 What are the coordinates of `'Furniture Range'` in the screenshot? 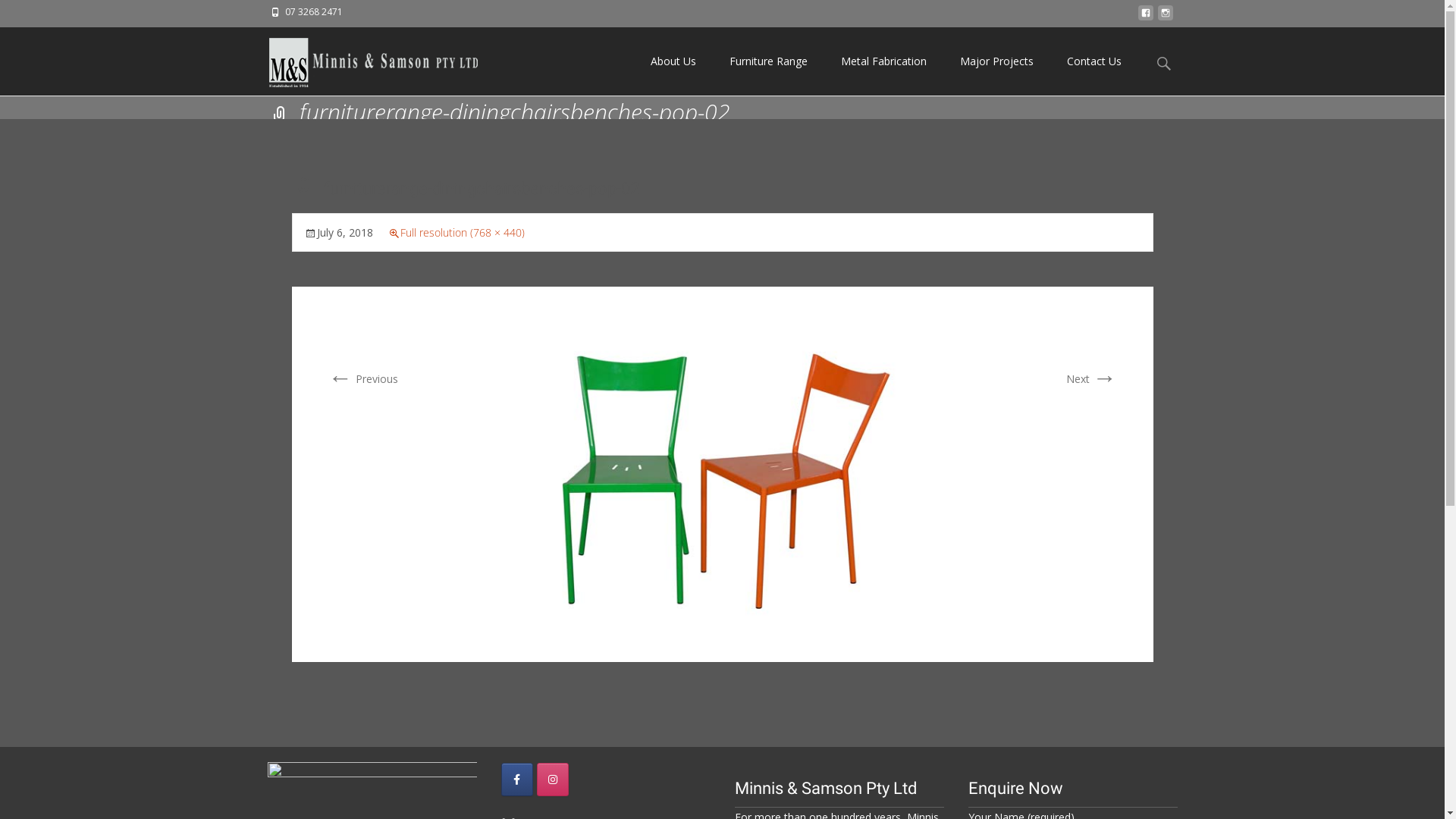 It's located at (768, 61).